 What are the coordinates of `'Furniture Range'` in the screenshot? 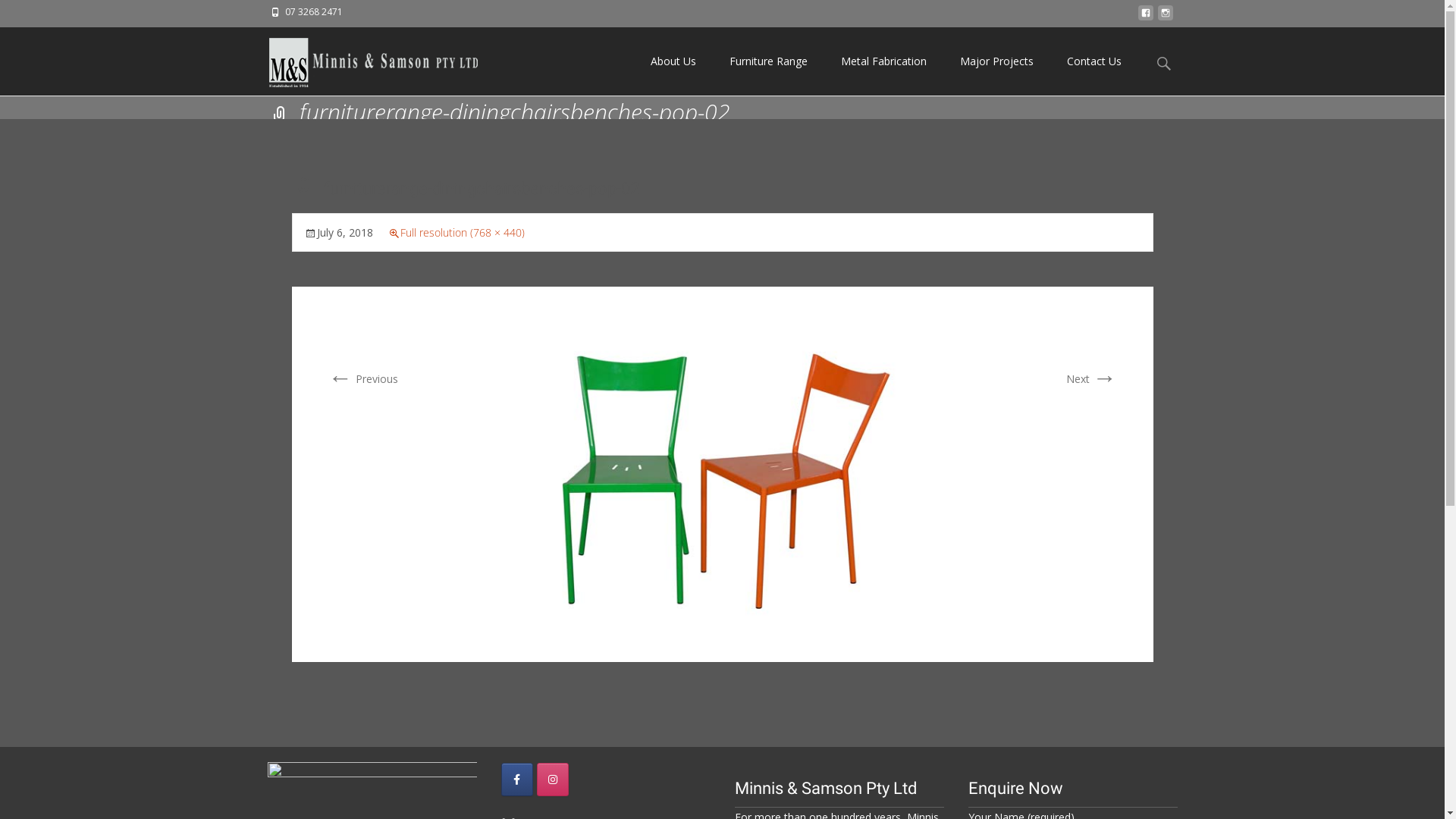 It's located at (768, 61).